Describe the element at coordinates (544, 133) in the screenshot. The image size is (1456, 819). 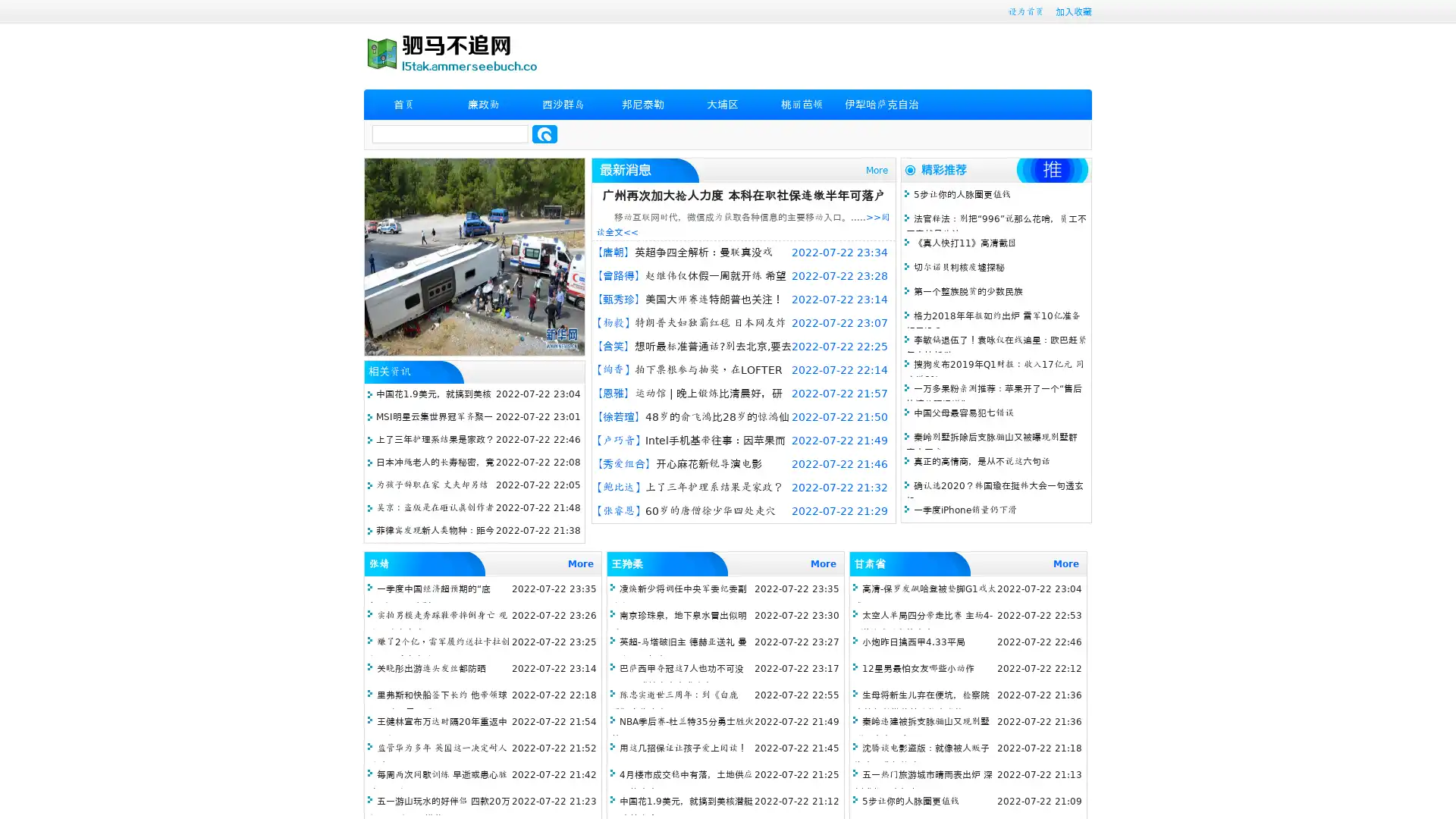
I see `Search` at that location.